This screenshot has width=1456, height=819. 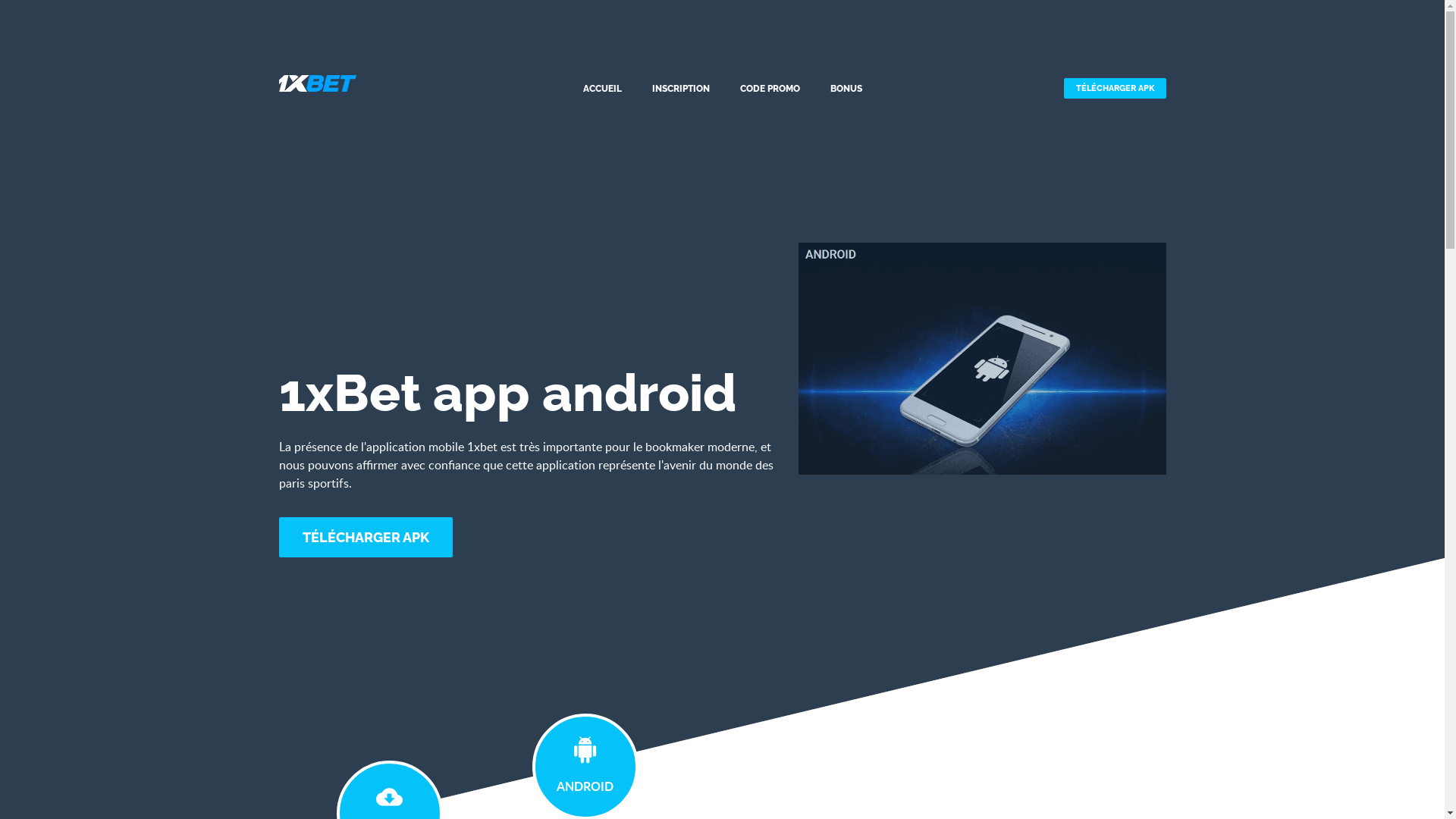 What do you see at coordinates (769, 88) in the screenshot?
I see `'CODE PROMO'` at bounding box center [769, 88].